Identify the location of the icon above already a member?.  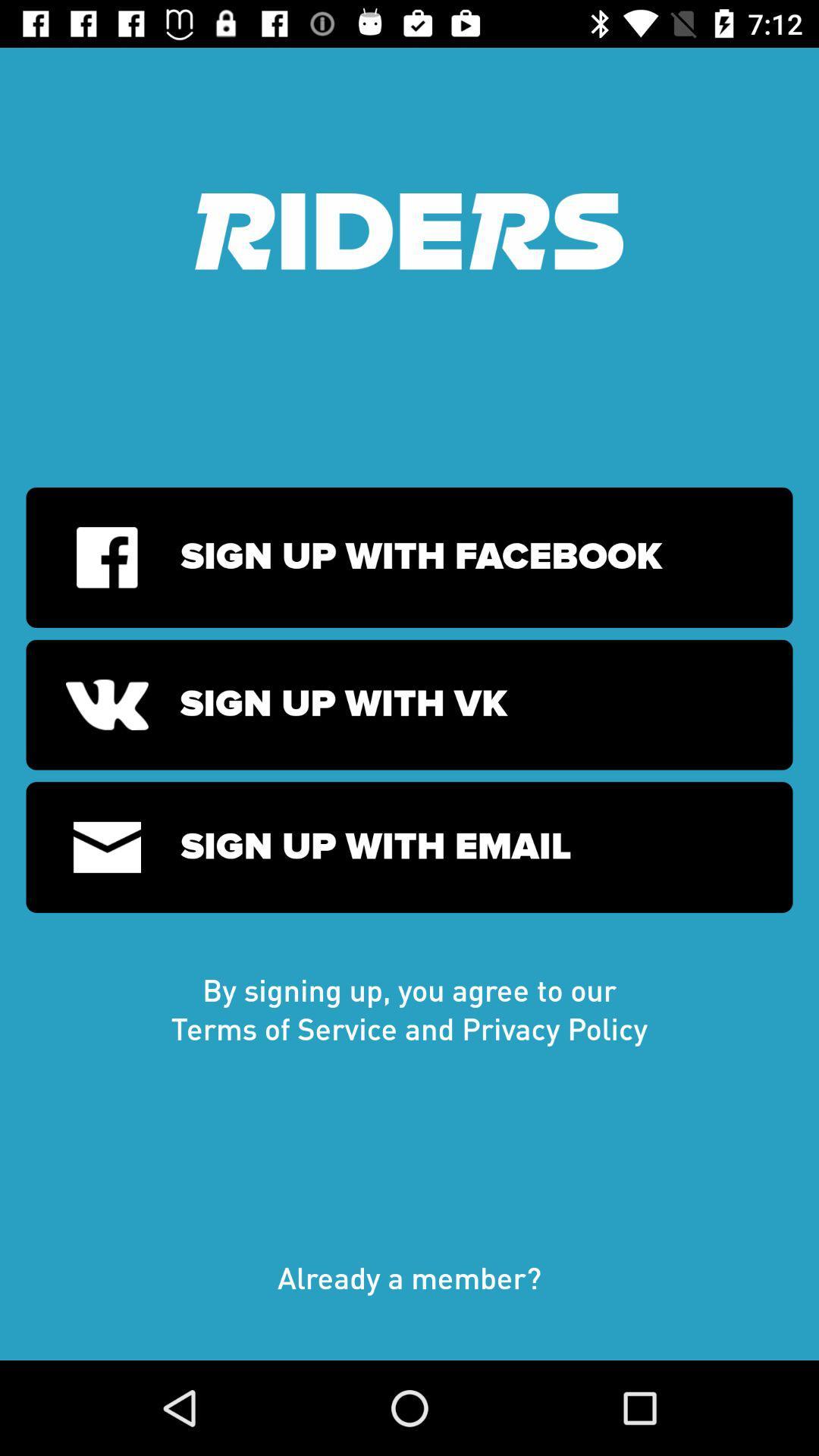
(409, 1009).